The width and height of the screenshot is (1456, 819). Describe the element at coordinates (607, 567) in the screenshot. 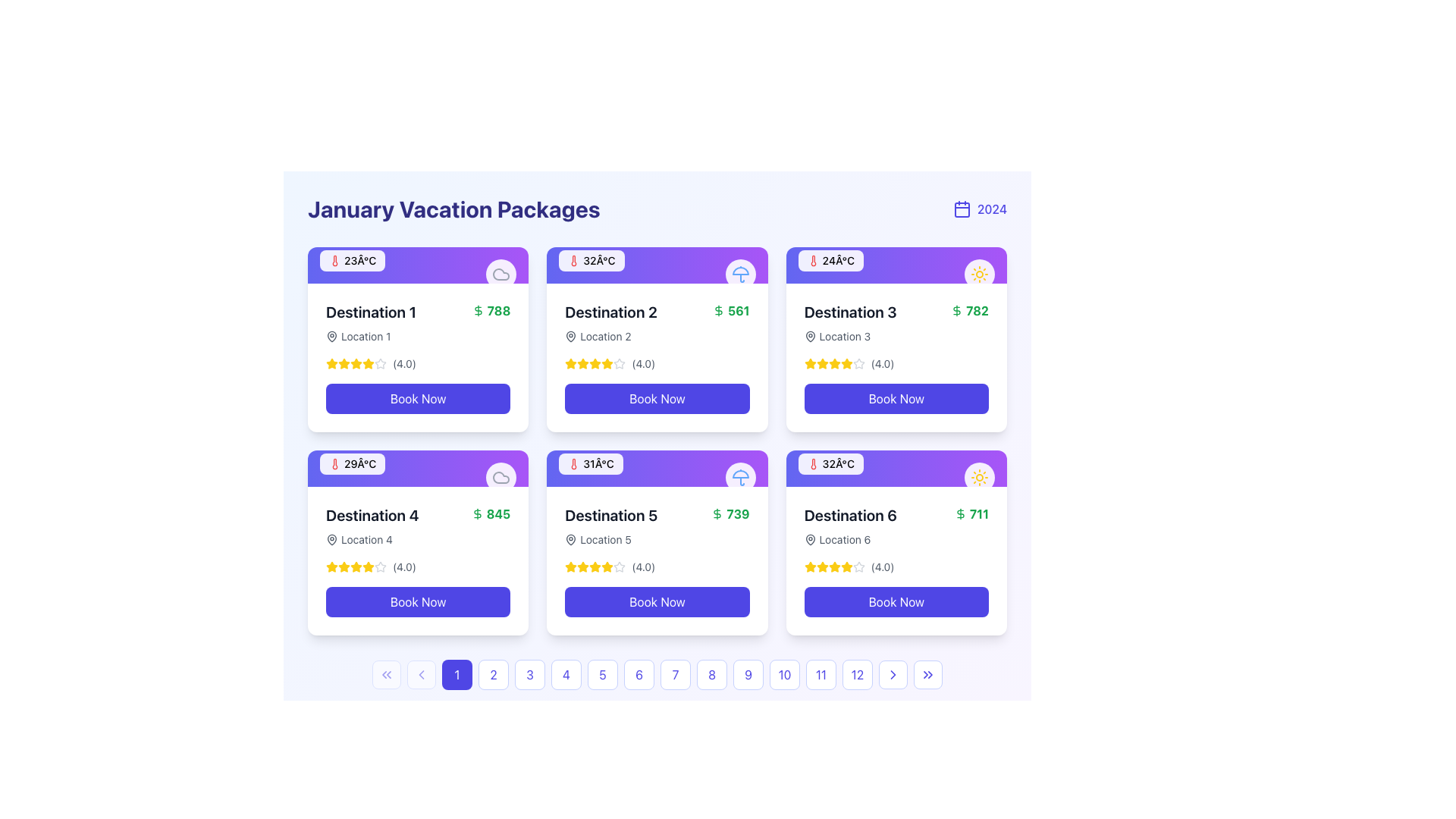

I see `the fourth star icon in the 4-star rating system for the 'Destination 5' vacation package, which is located above the '(4.0)' rating and aligned with the blue 'Book Now' button` at that location.